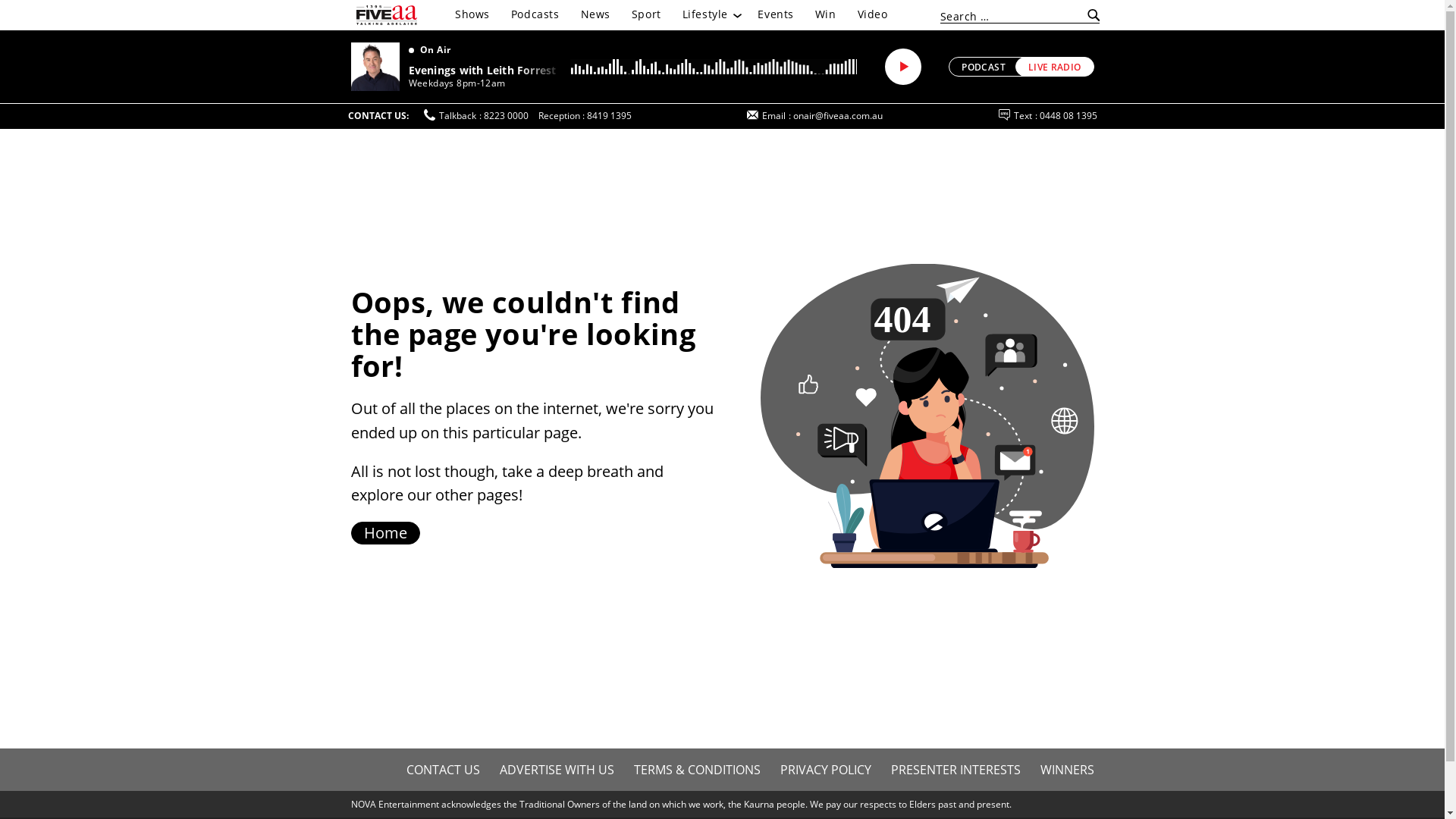  I want to click on 'News', so click(595, 14).